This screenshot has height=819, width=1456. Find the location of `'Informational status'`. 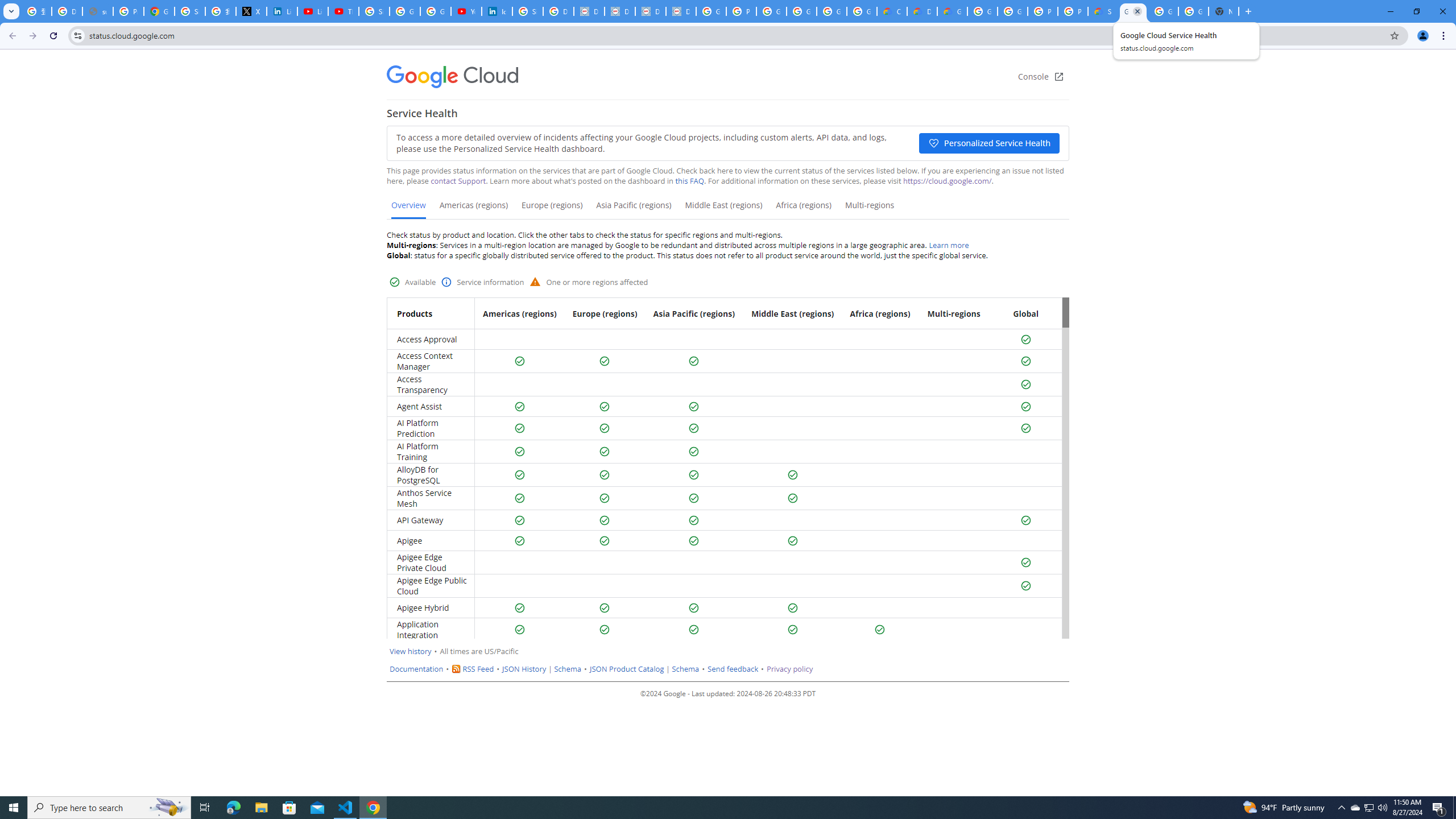

'Informational status' is located at coordinates (446, 282).